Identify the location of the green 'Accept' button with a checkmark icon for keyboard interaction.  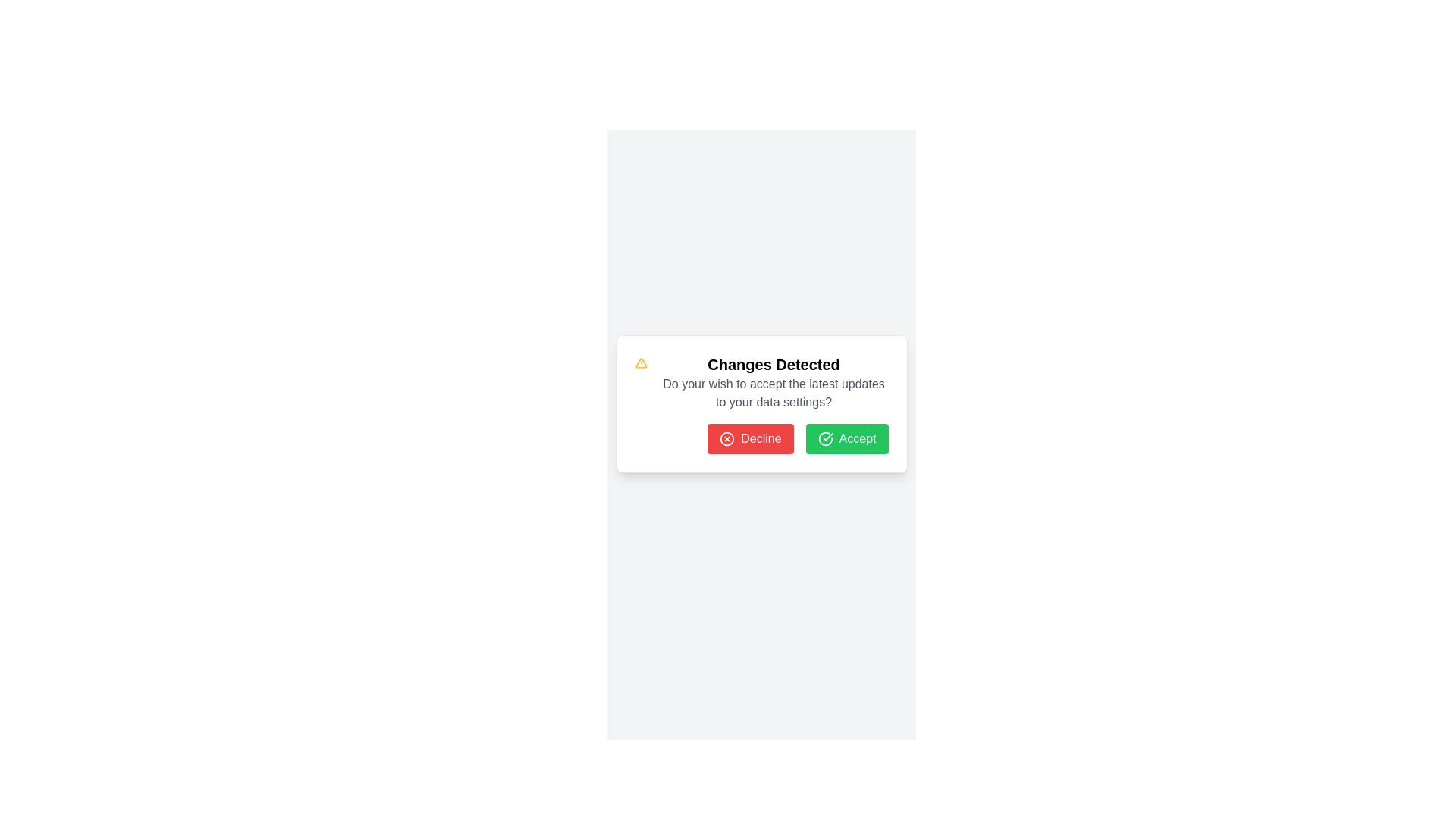
(846, 438).